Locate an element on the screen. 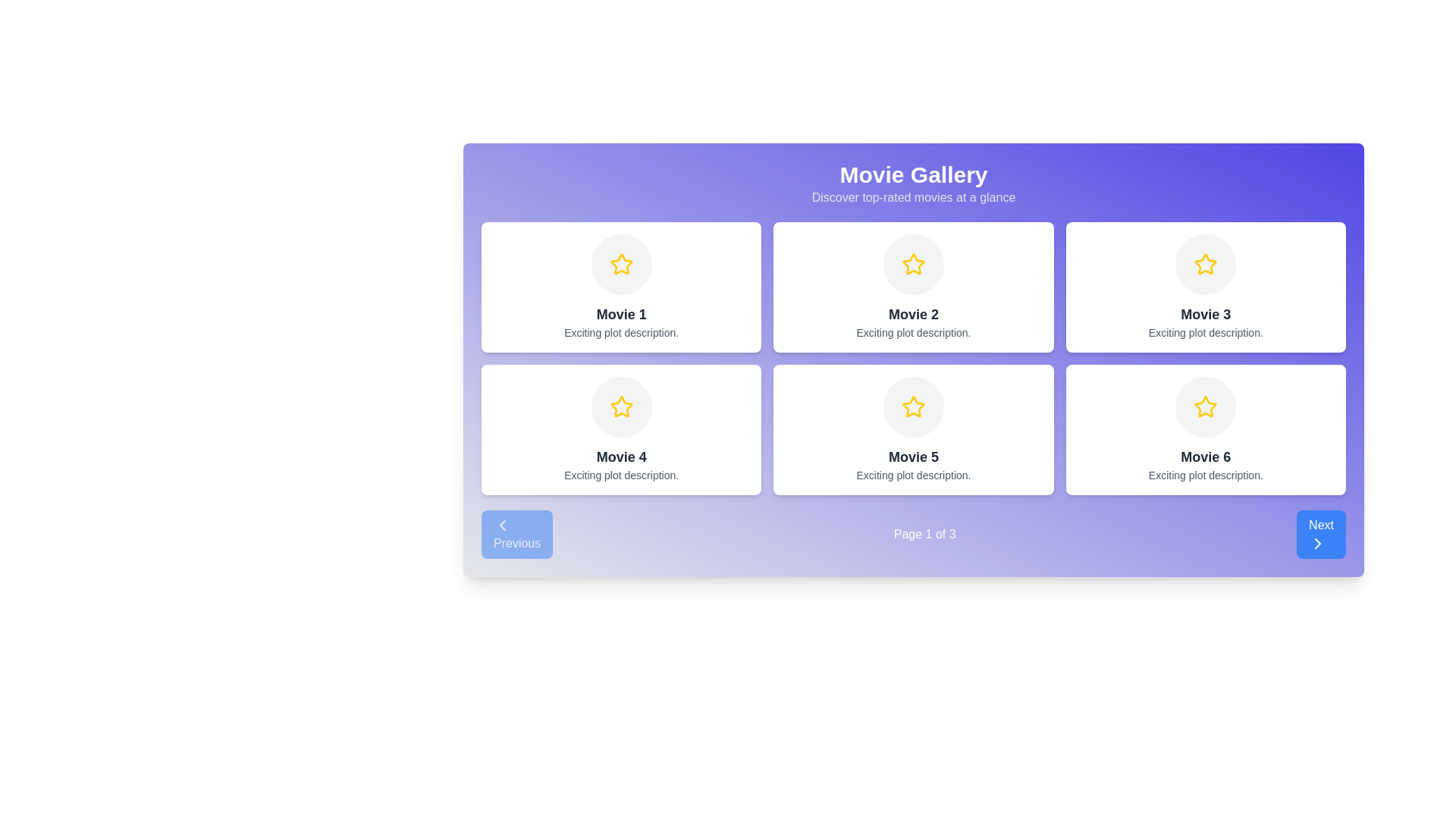 This screenshot has width=1456, height=819. the text label displaying 'Movie 4' in bold gray font, located in the second row, first column of the grid layout, above the plot description and below the rating icon is located at coordinates (621, 456).